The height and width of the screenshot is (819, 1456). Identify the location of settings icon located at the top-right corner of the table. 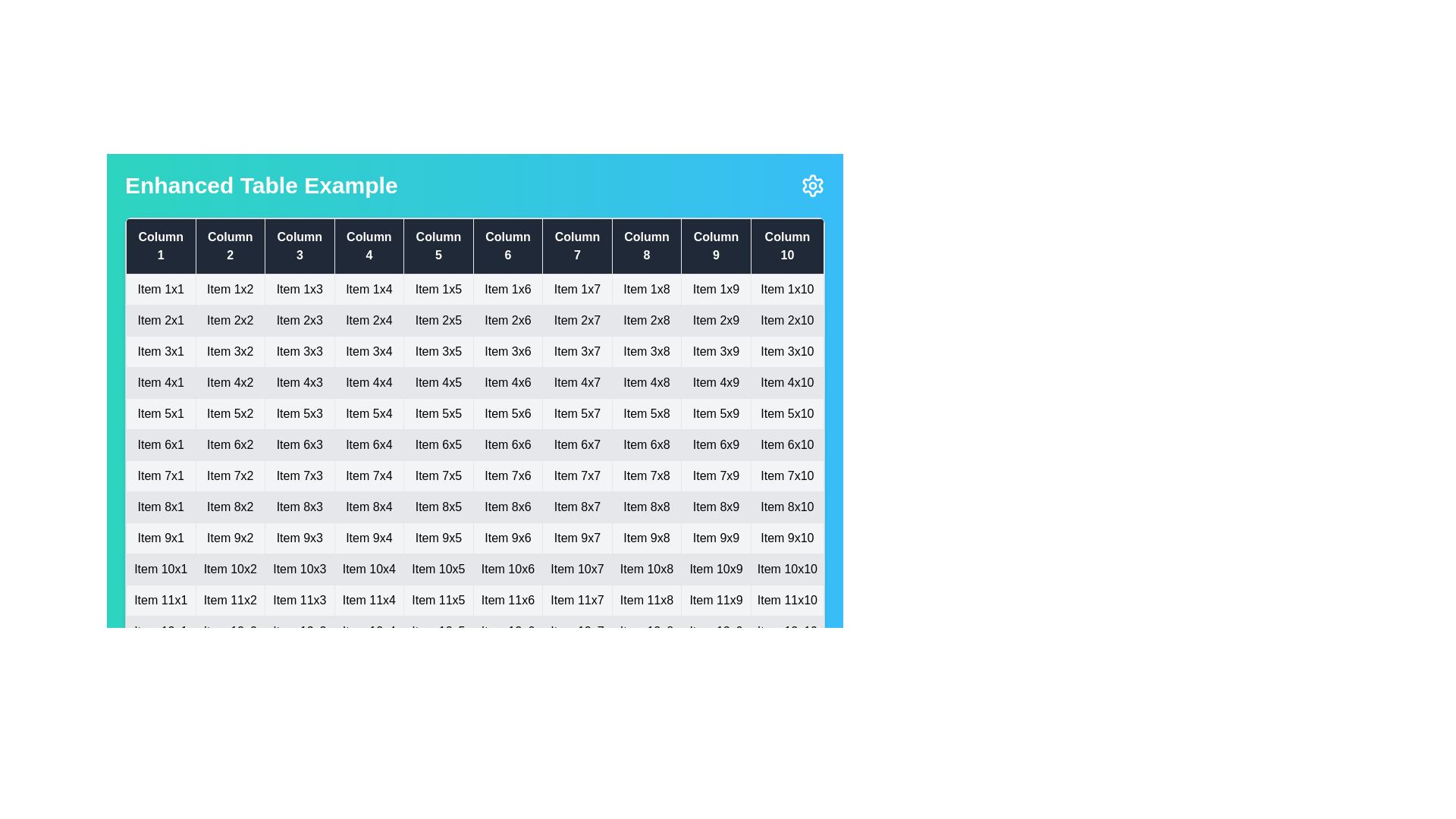
(811, 185).